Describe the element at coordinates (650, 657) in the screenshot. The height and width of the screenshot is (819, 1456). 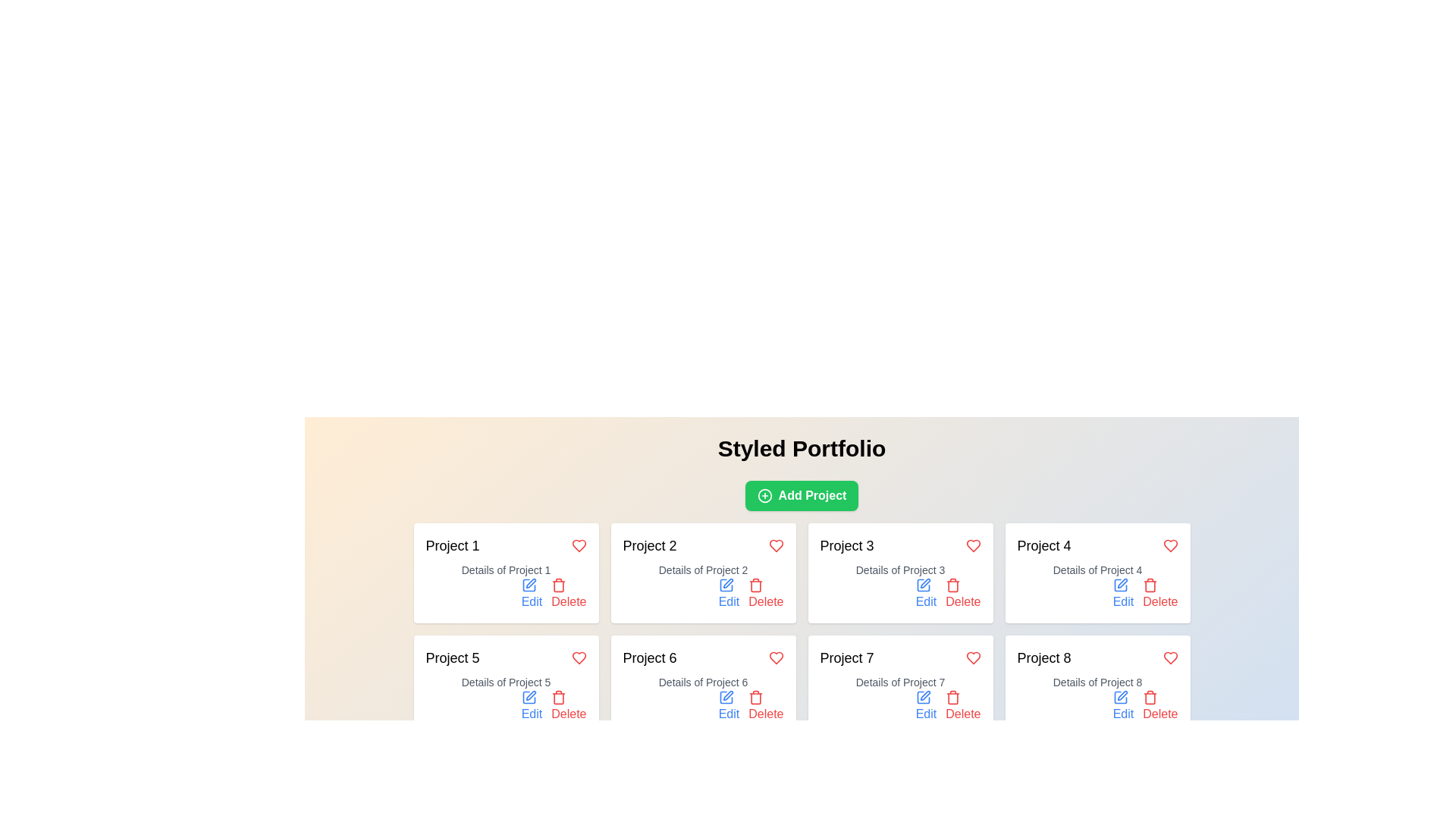
I see `the text label displaying 'Project 6', which is located inside a card component in the second row and first column of the project grid` at that location.